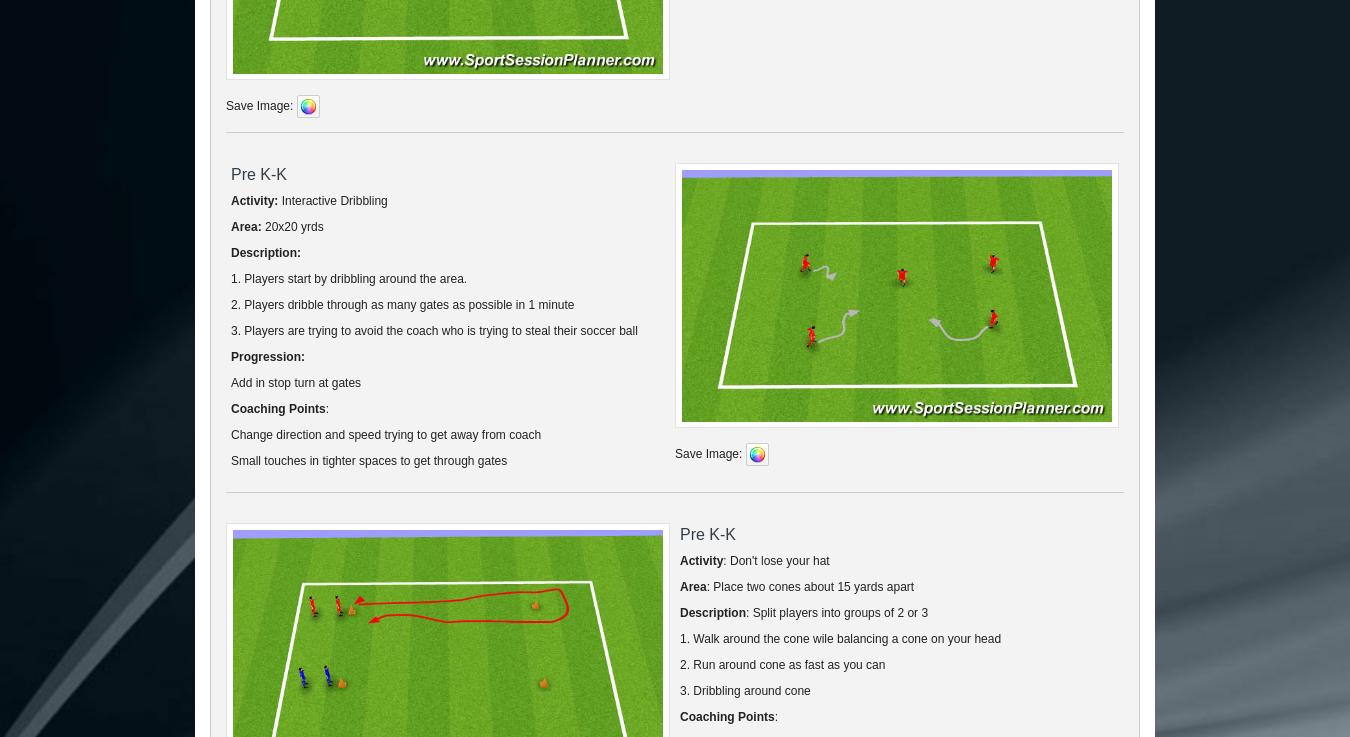  What do you see at coordinates (246, 226) in the screenshot?
I see `'Area:'` at bounding box center [246, 226].